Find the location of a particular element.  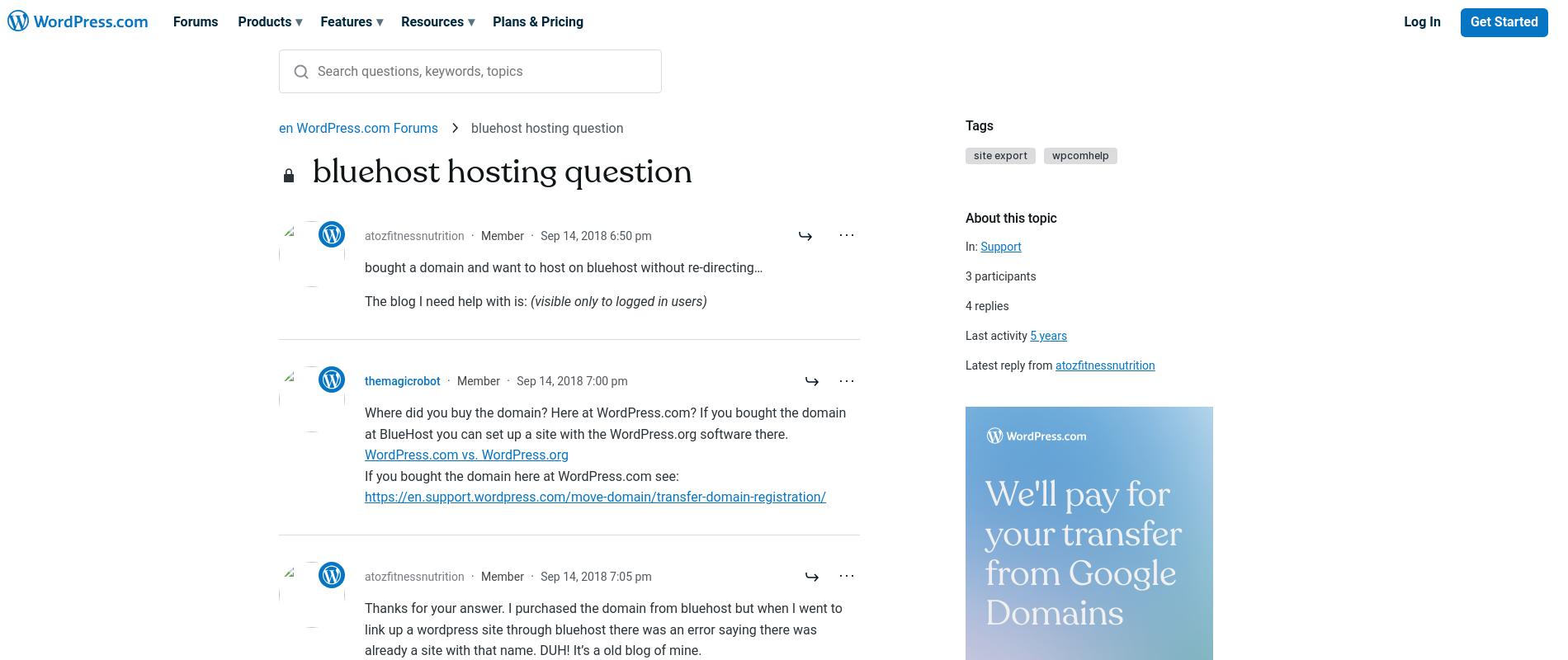

'Oldest' is located at coordinates (980, 184).